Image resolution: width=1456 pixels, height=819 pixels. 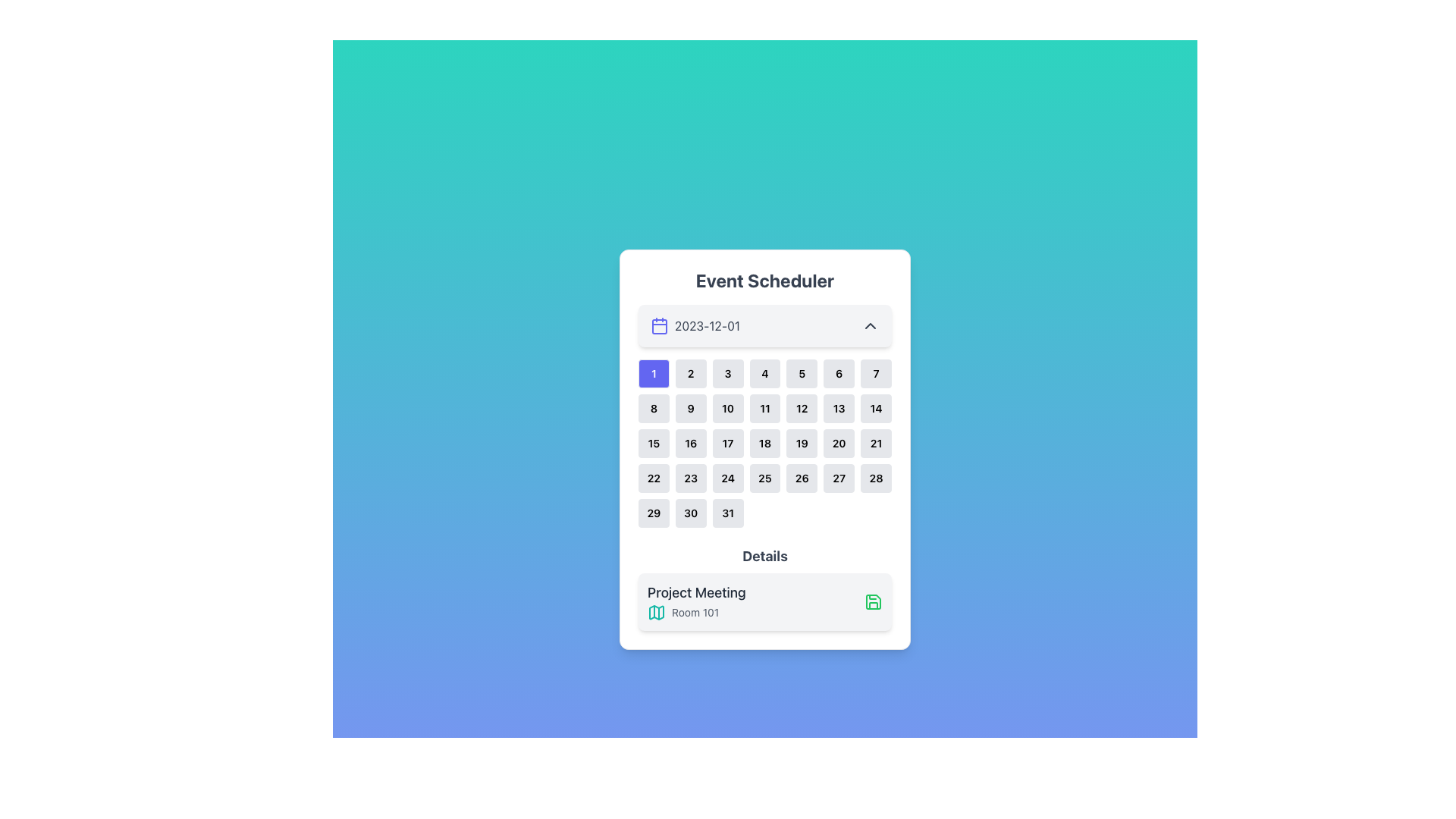 What do you see at coordinates (870, 325) in the screenshot?
I see `the upward-pointing chevron-shaped arrow icon located in the upper-right corner next to the date '2023-12-01'` at bounding box center [870, 325].